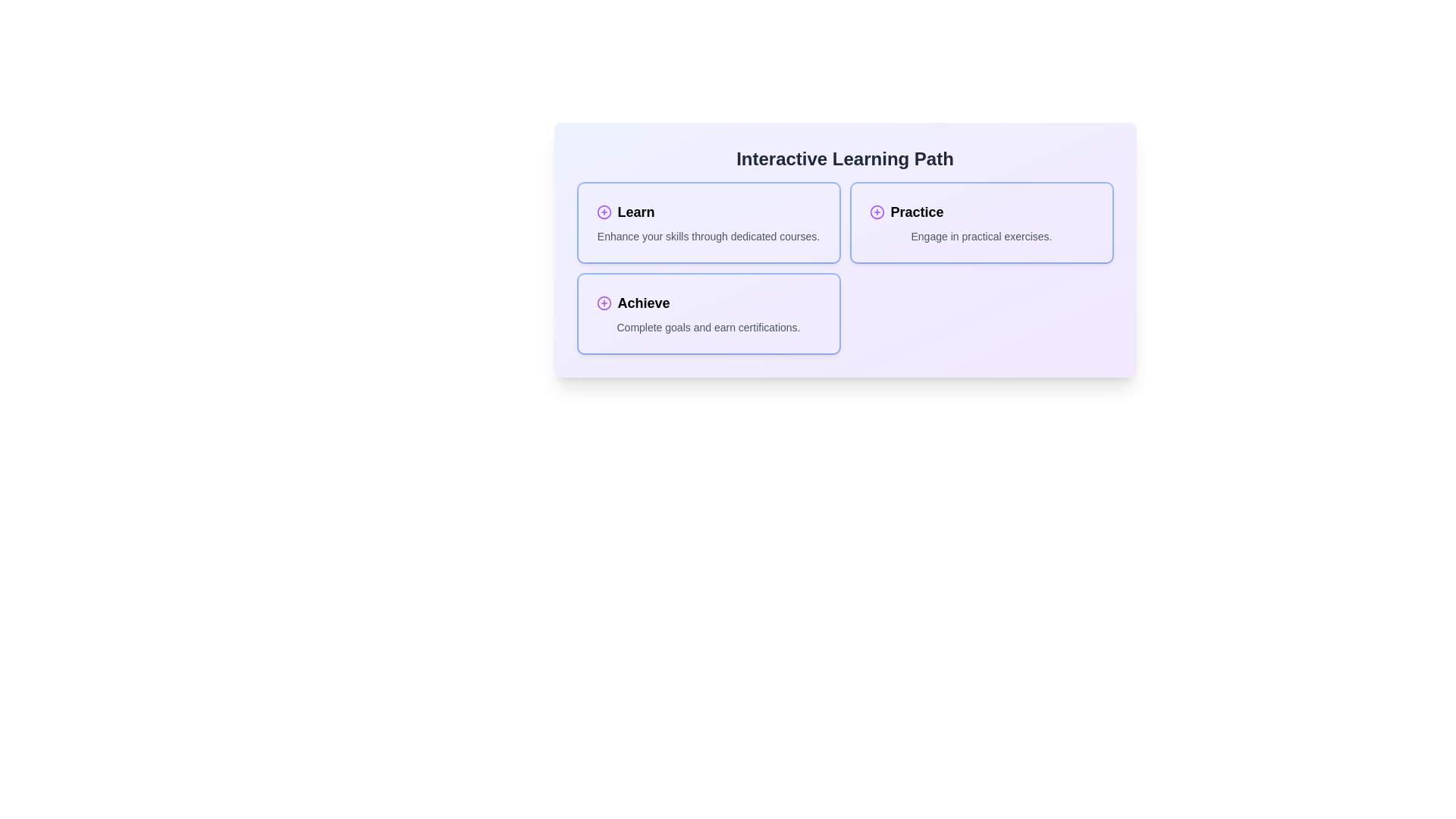 The height and width of the screenshot is (819, 1456). I want to click on the text snippet 'Engage in practical exercises.' which is styled in gray color and located below the bold header 'Practice' inside its card, so click(981, 237).